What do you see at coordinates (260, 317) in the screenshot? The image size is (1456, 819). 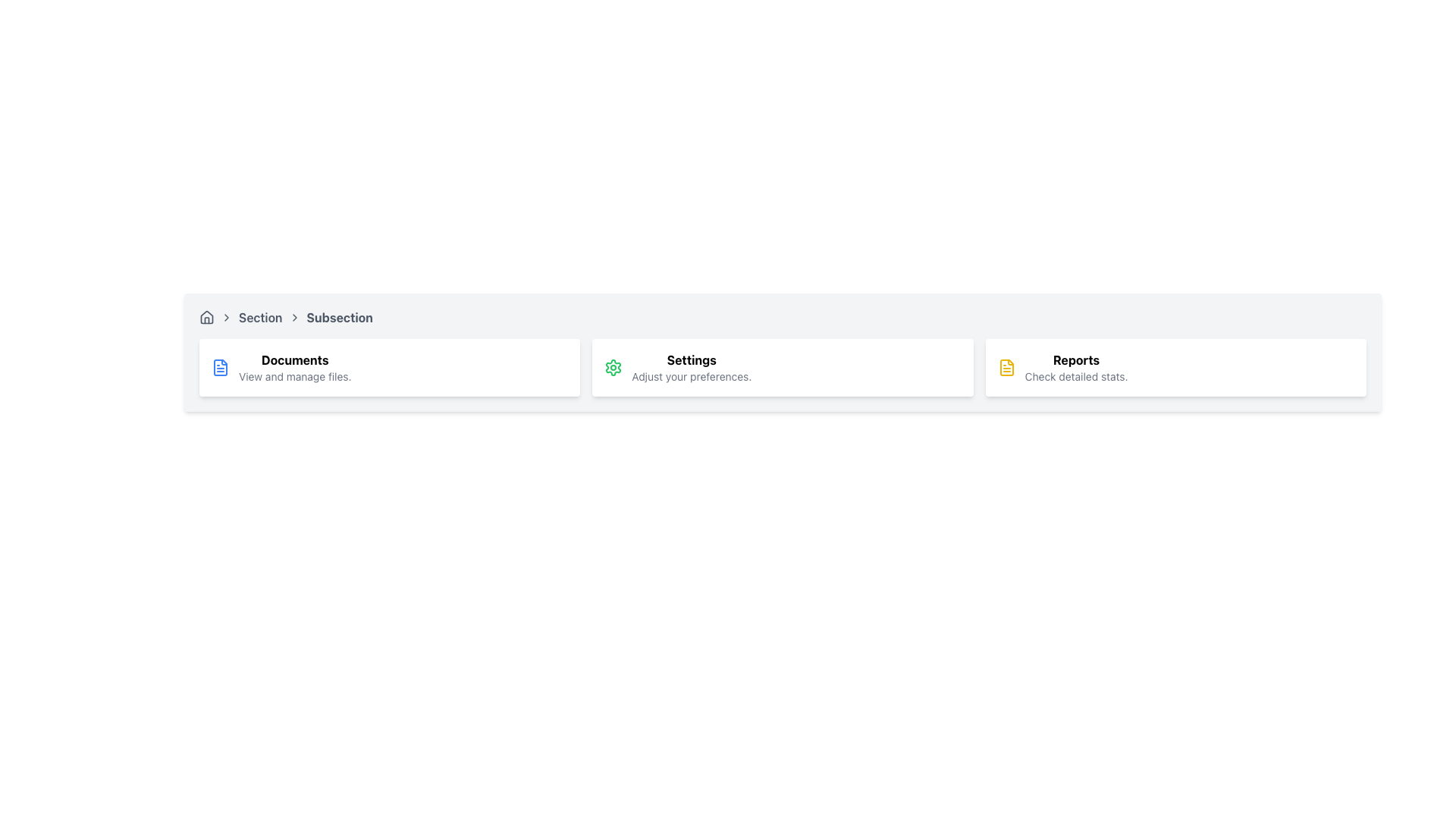 I see `the bold, underlined text labeled 'Section' in the breadcrumb navigation bar` at bounding box center [260, 317].